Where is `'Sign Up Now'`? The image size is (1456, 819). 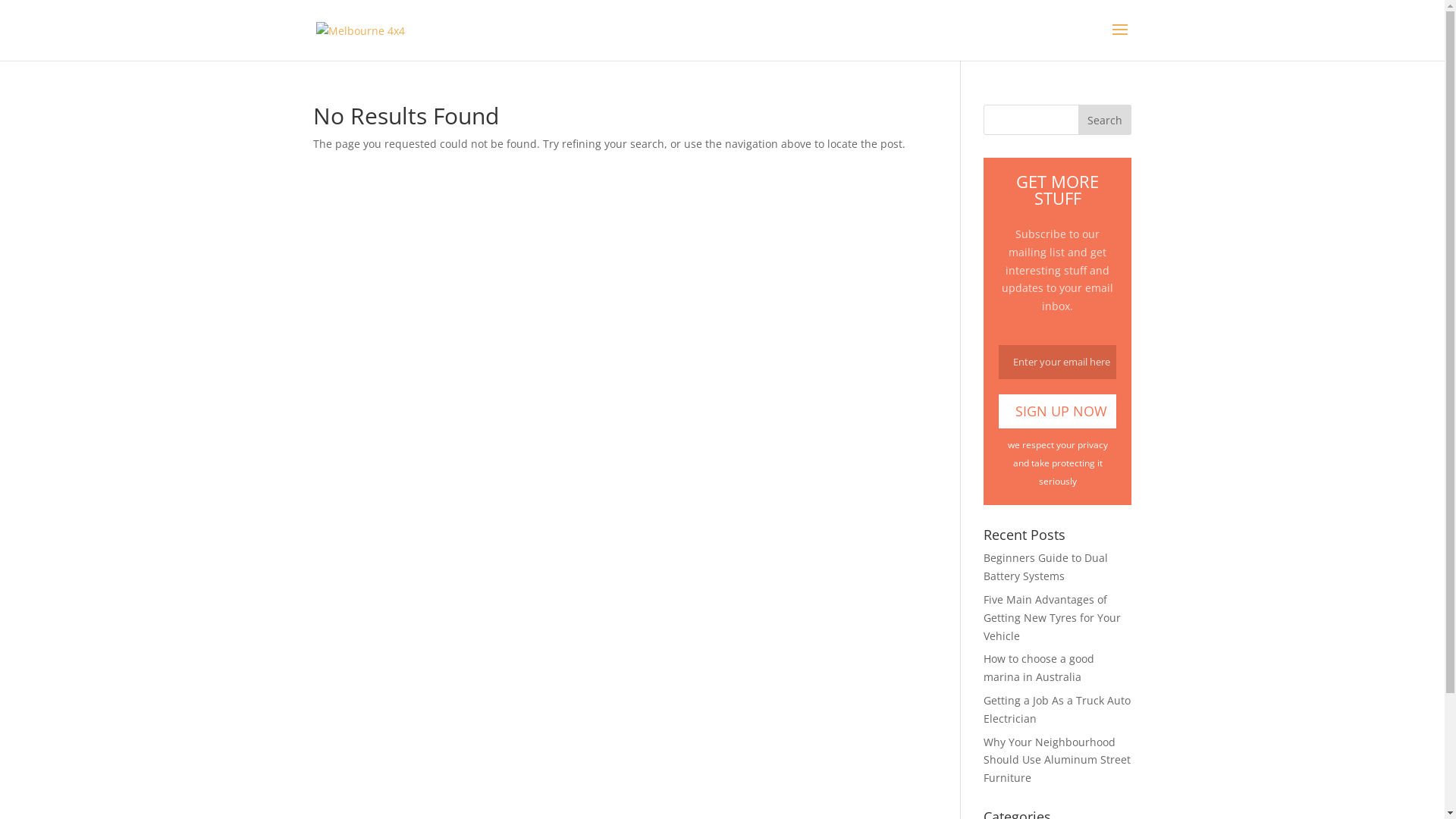 'Sign Up Now' is located at coordinates (1056, 411).